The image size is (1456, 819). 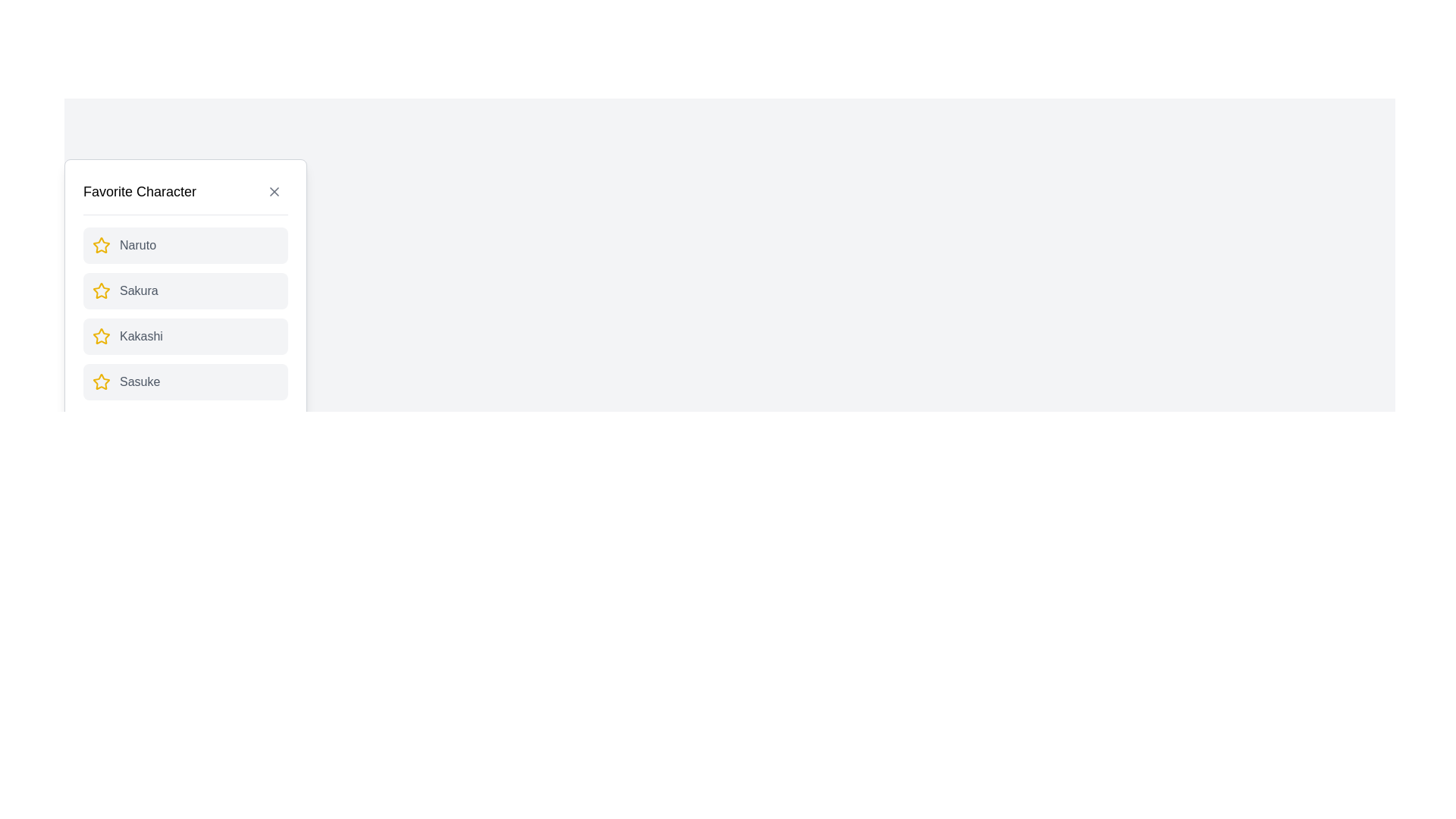 What do you see at coordinates (101, 335) in the screenshot?
I see `the star-shaped icon with a yellow outline next to the 'Kakashi' label in the third list item of the 'Favorite Character' card` at bounding box center [101, 335].